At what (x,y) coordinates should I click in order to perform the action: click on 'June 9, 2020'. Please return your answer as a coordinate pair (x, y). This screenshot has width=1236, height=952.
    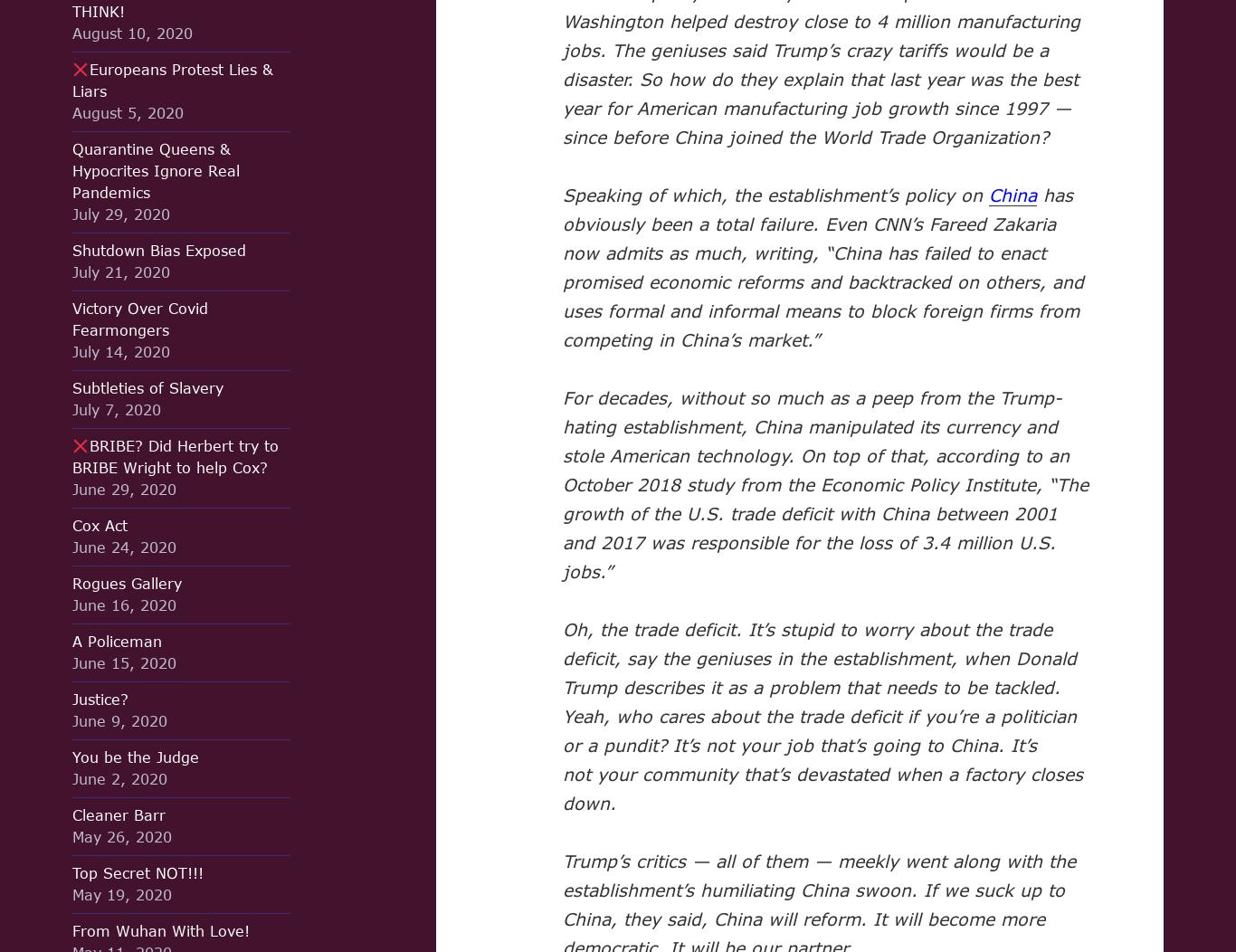
    Looking at the image, I should click on (72, 720).